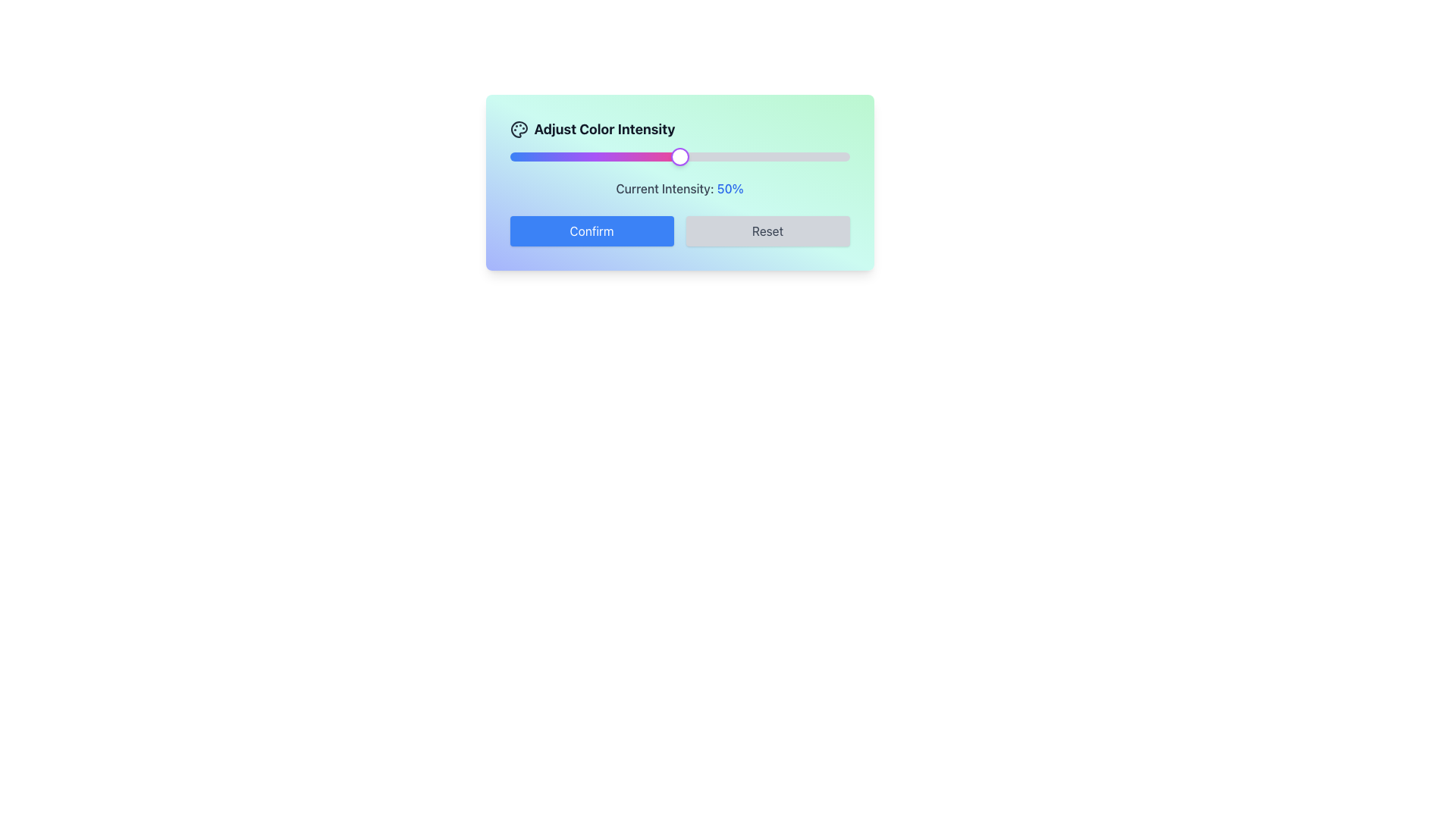  What do you see at coordinates (519, 128) in the screenshot?
I see `the palette icon with a monochromatic color scheme and rounded edges, located next to the 'Adjust Color Intensity' label in the dialog box` at bounding box center [519, 128].